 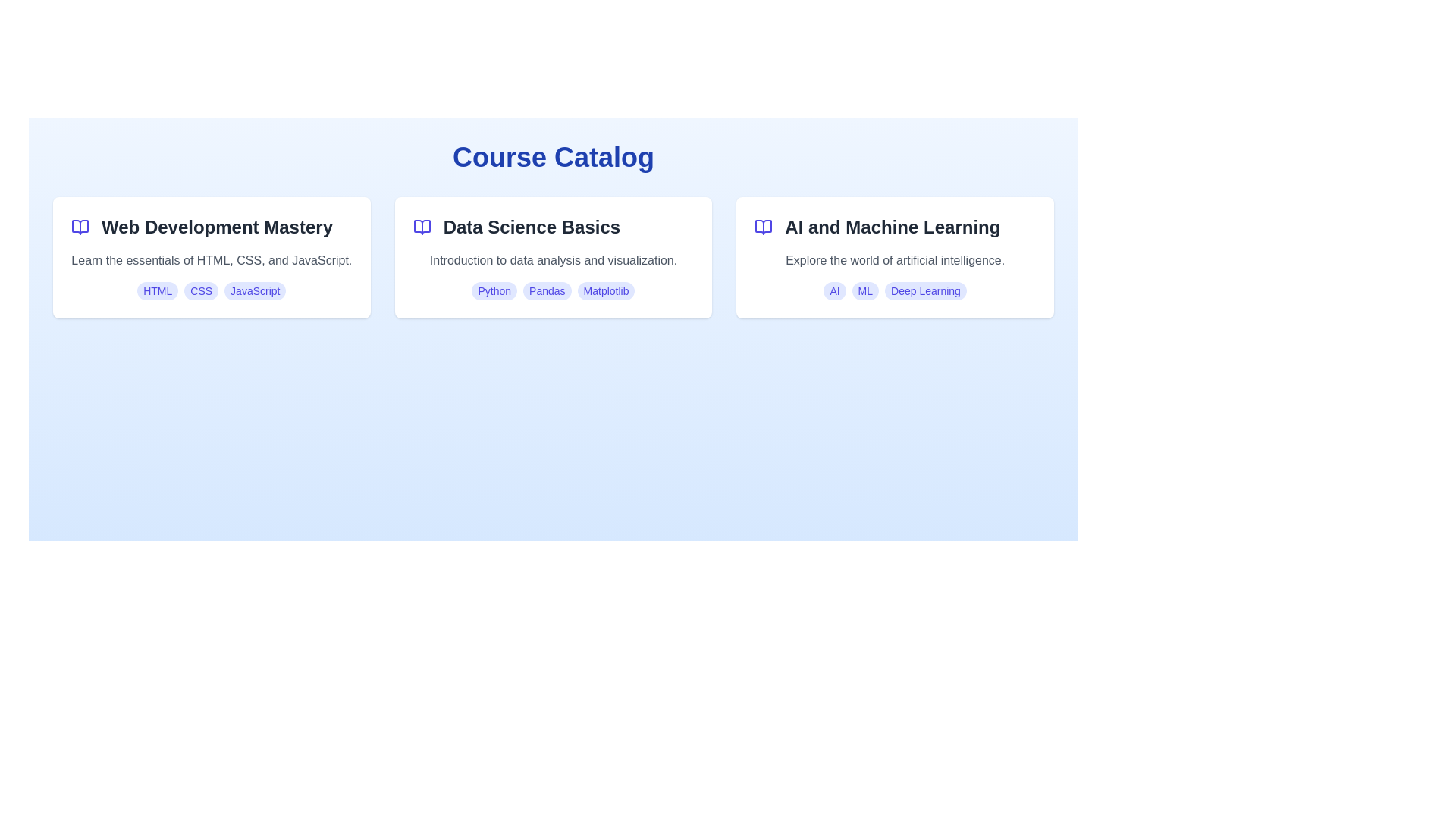 What do you see at coordinates (924, 291) in the screenshot?
I see `the 'Deep Learning' tag, which is a small rounded rectangle with a light-indigo background and bold indigo text` at bounding box center [924, 291].